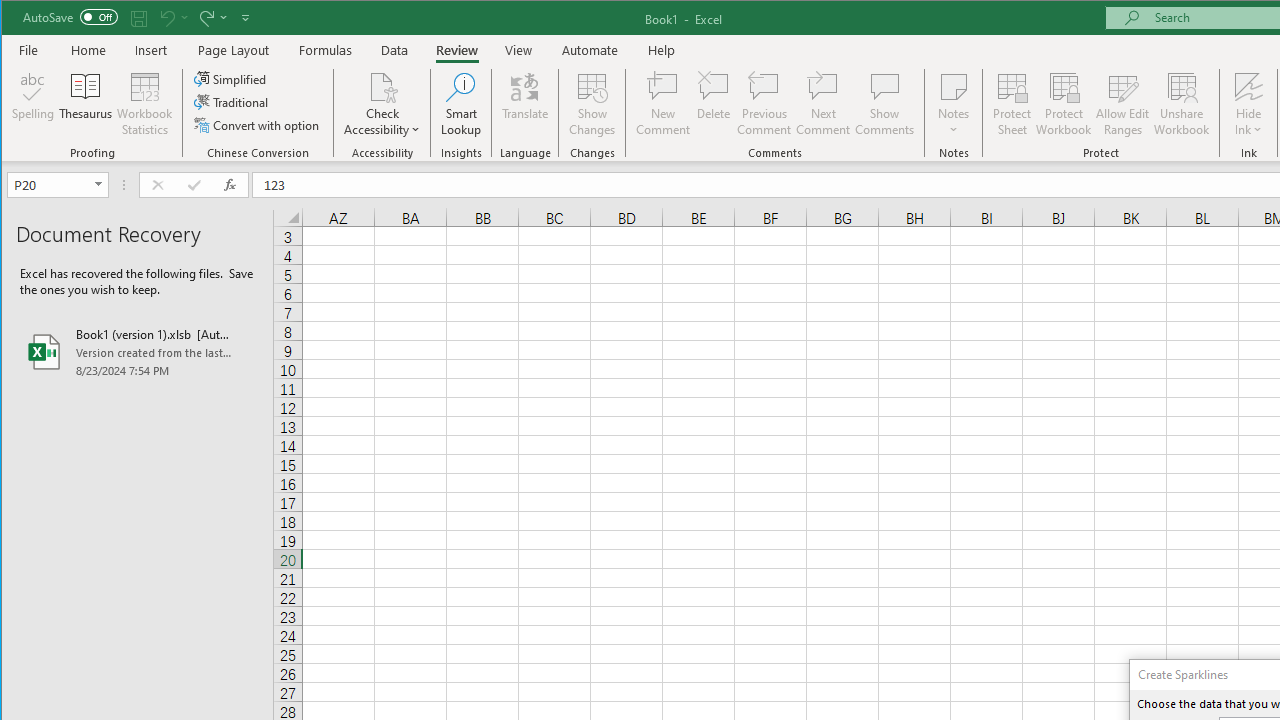 This screenshot has height=720, width=1280. Describe the element at coordinates (883, 104) in the screenshot. I see `'Show Comments'` at that location.